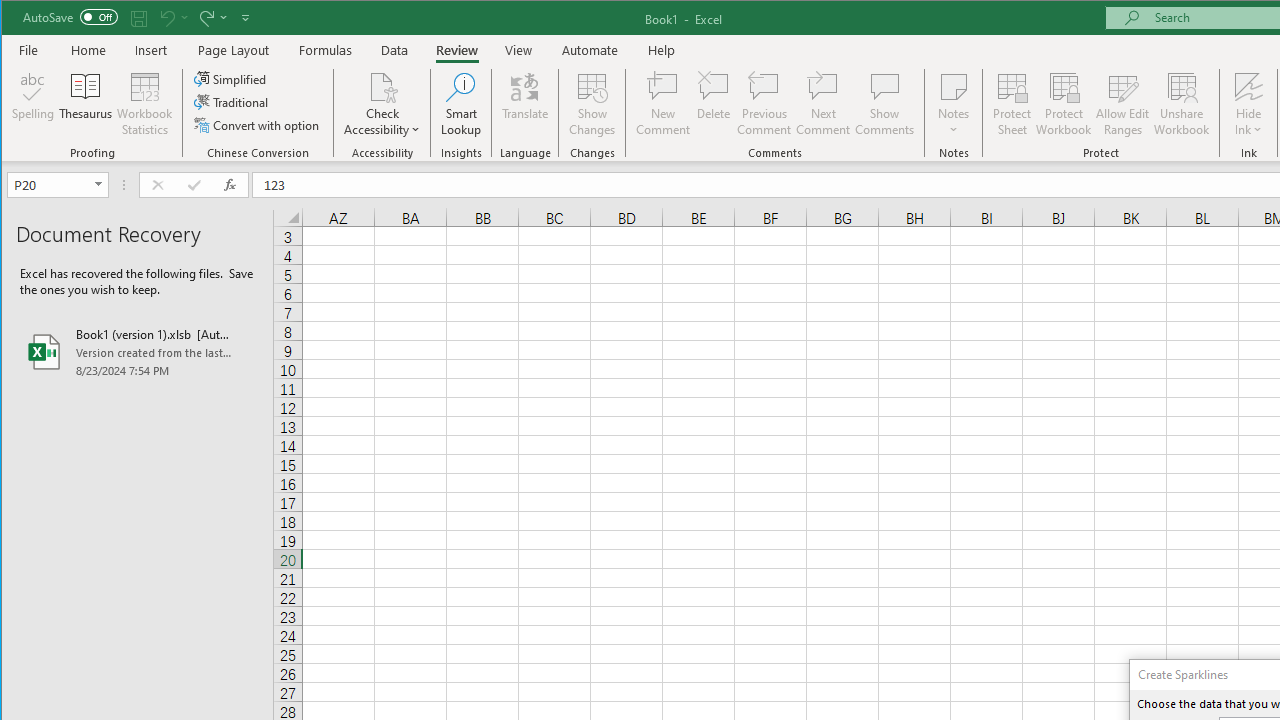 This screenshot has height=720, width=1280. Describe the element at coordinates (883, 104) in the screenshot. I see `'Show Comments'` at that location.